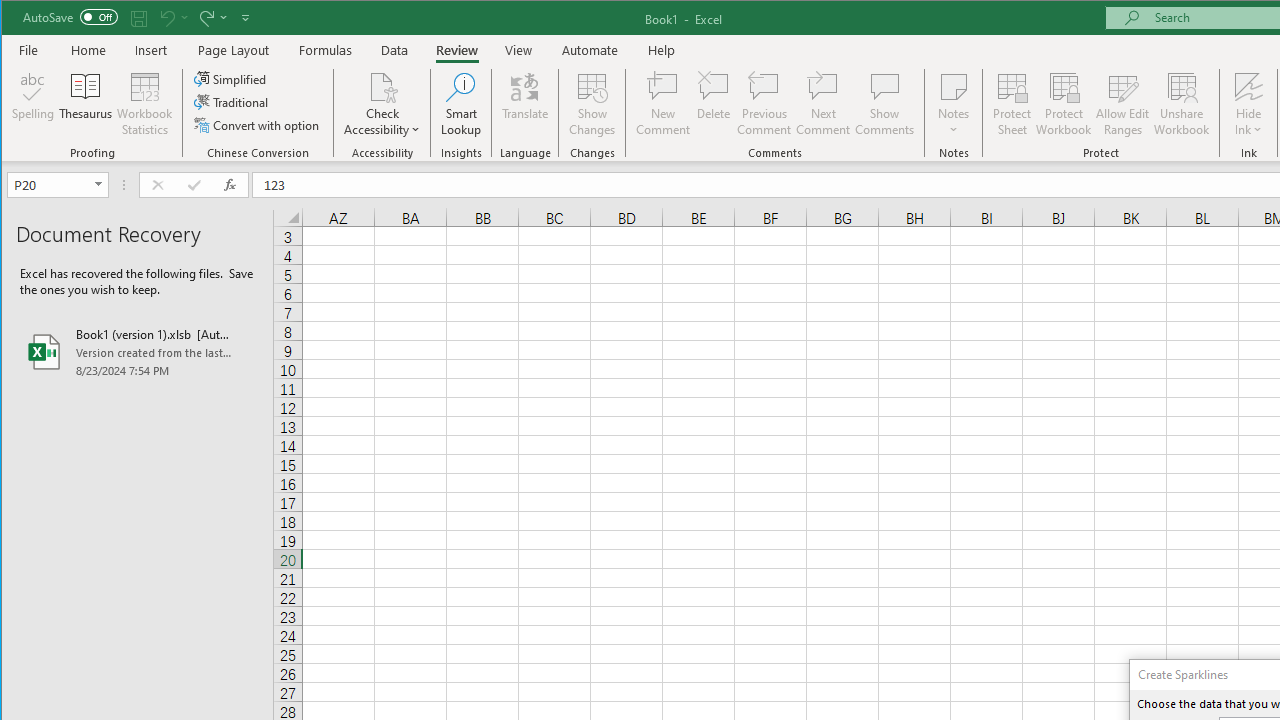 This screenshot has height=720, width=1280. Describe the element at coordinates (883, 104) in the screenshot. I see `'Show Comments'` at that location.